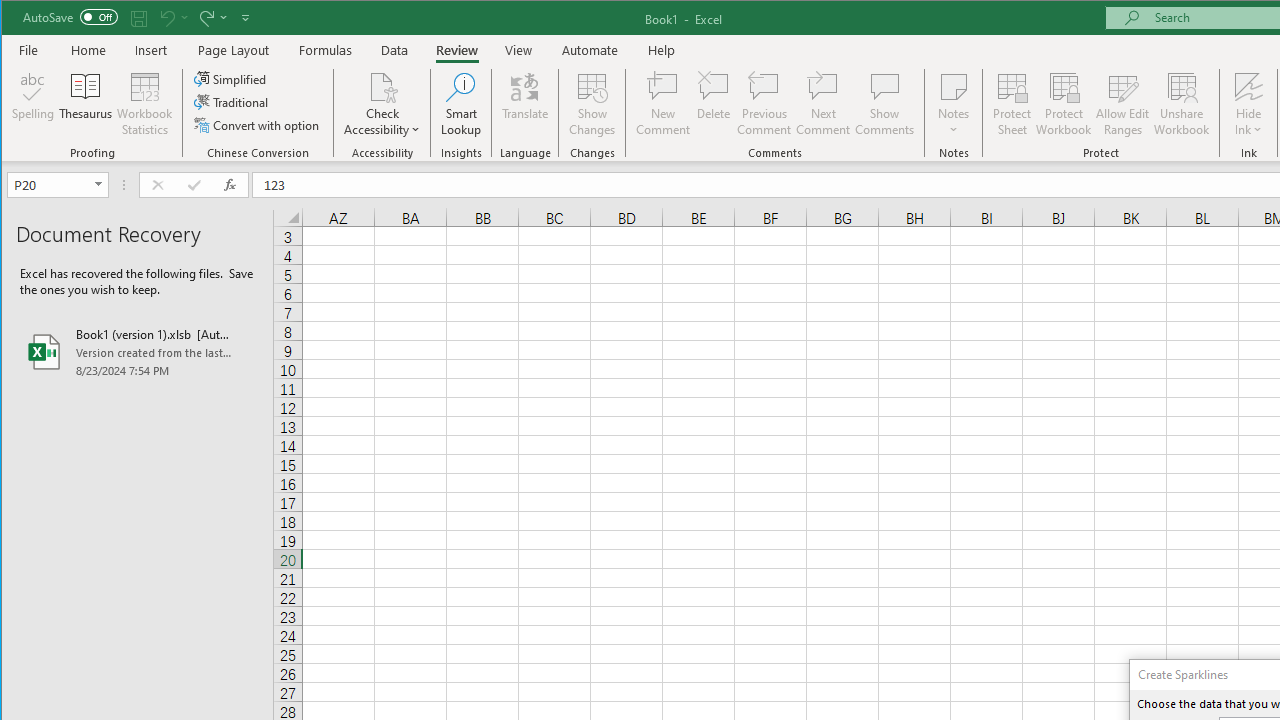 This screenshot has height=720, width=1280. Describe the element at coordinates (883, 104) in the screenshot. I see `'Show Comments'` at that location.